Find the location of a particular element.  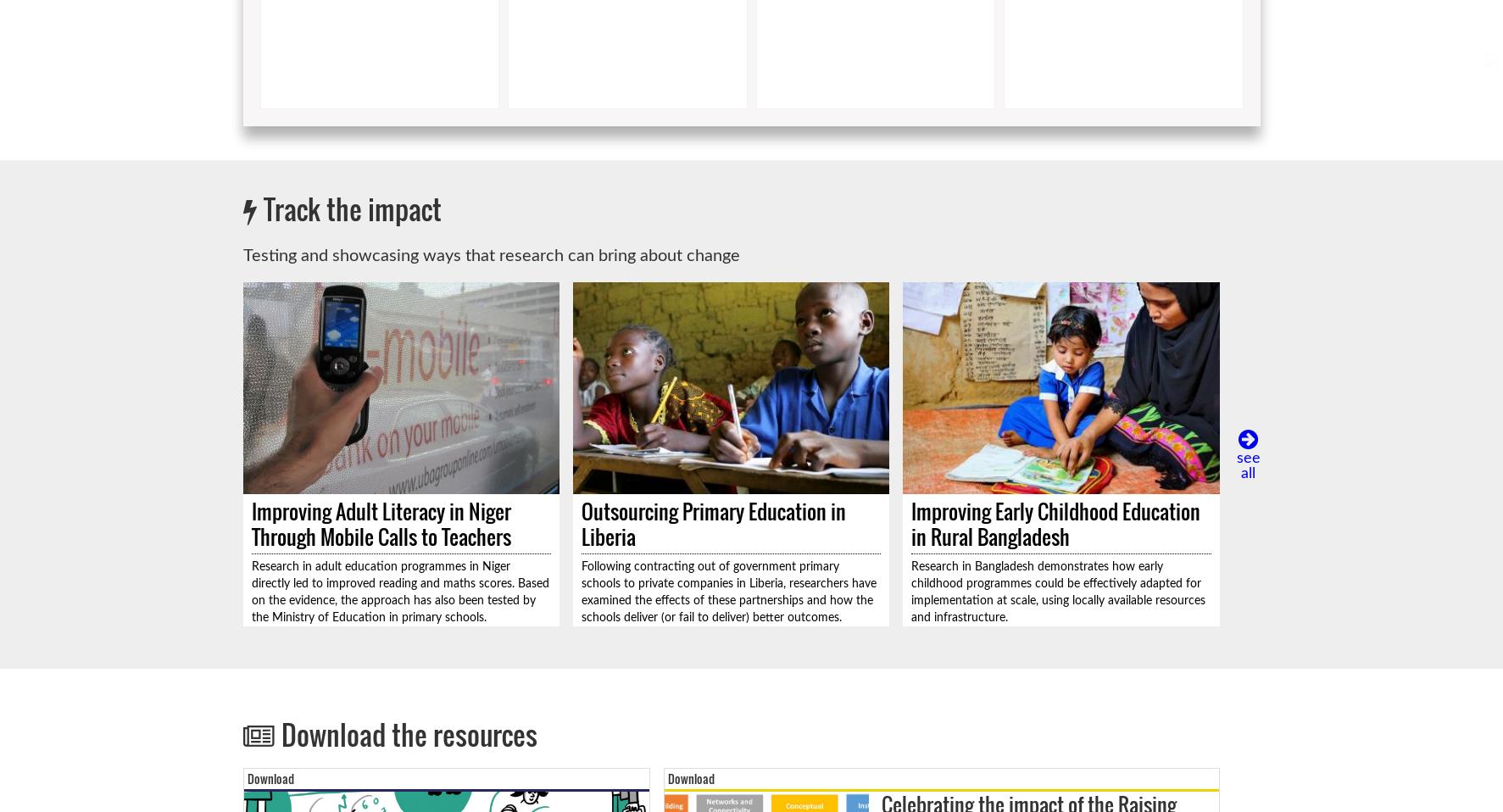

'Outsourcing Primary Education in Liberia' is located at coordinates (711, 524).